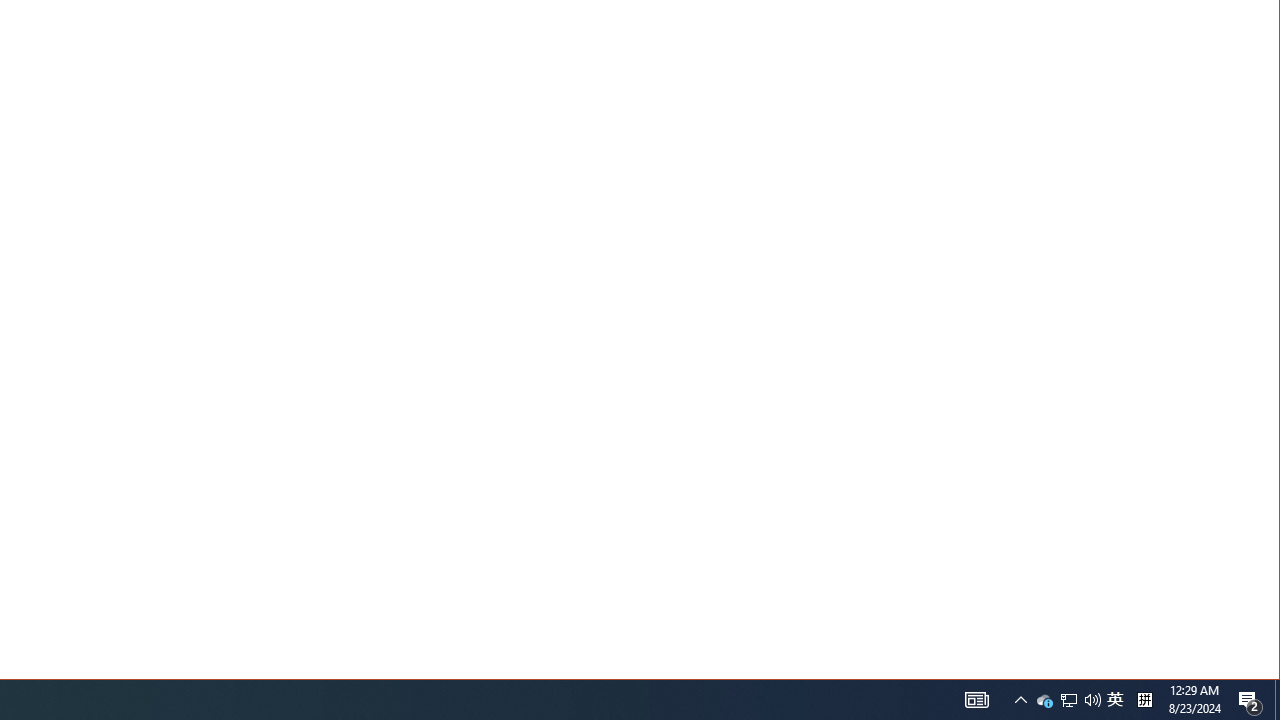 The width and height of the screenshot is (1280, 720). I want to click on 'Action Center, 2 new notifications', so click(1250, 698).